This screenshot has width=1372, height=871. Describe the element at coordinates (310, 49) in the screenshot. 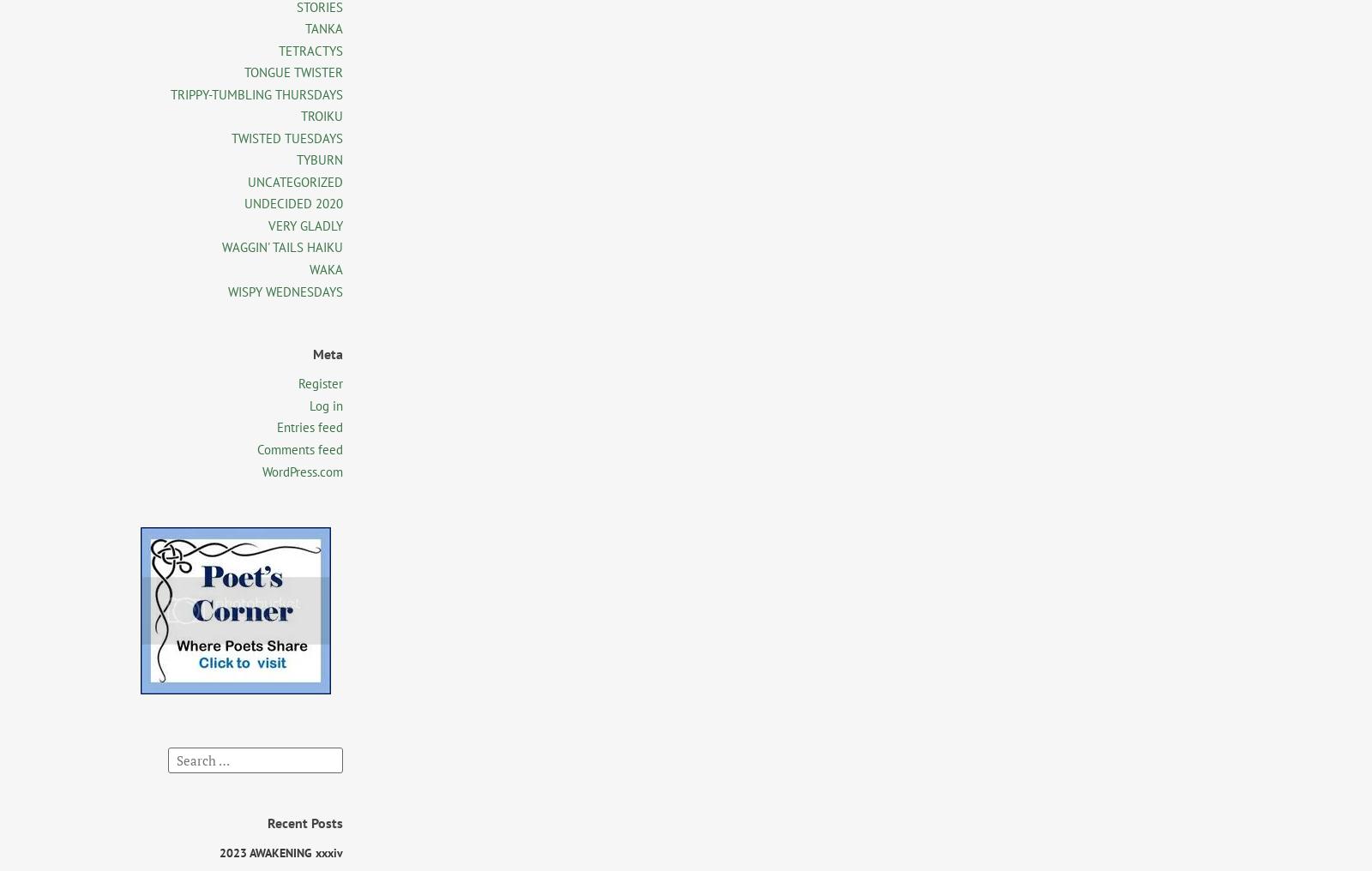

I see `'TETRACTYS'` at that location.